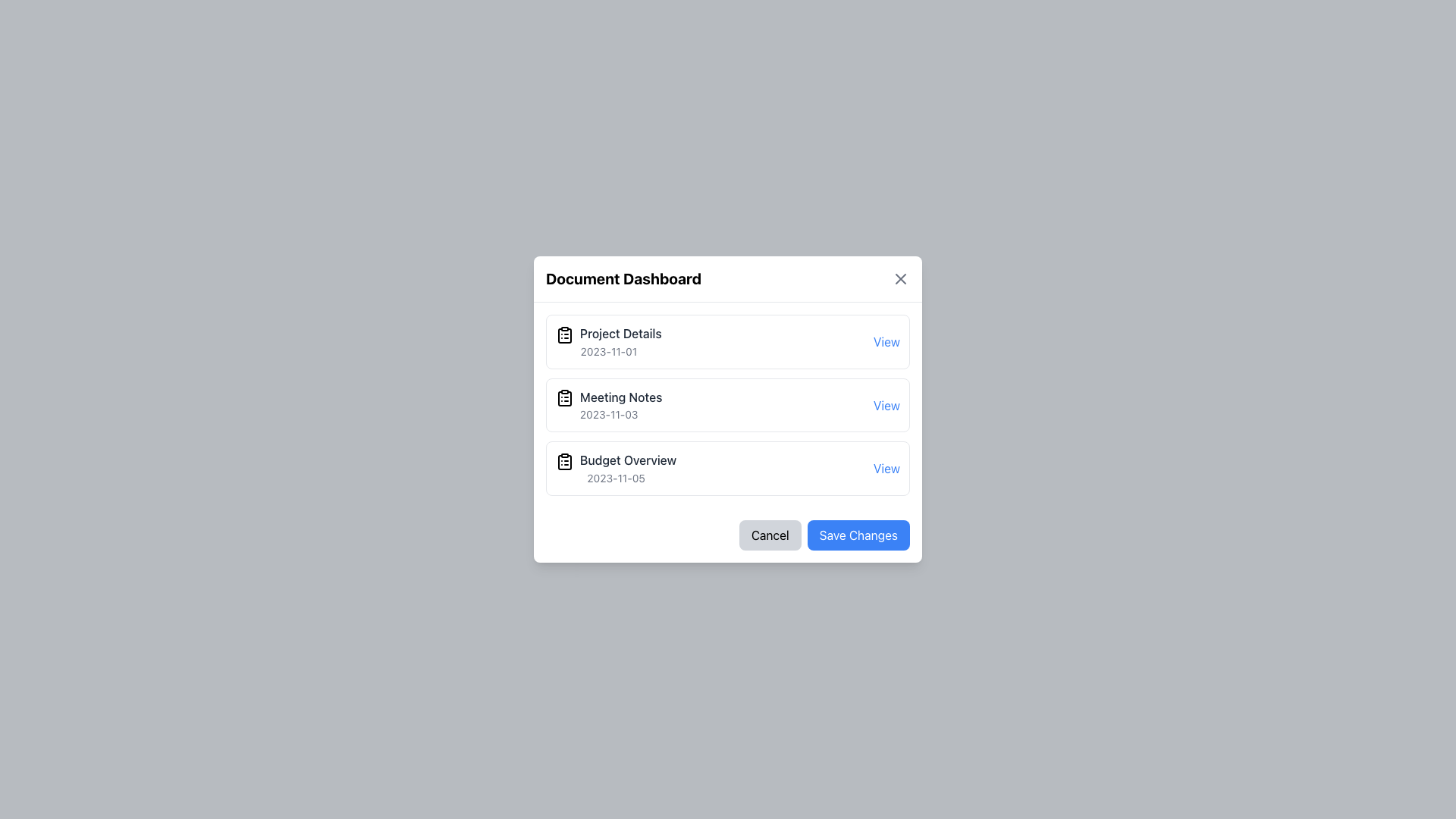 This screenshot has height=819, width=1456. Describe the element at coordinates (609, 415) in the screenshot. I see `timestamp or date indication text for the 'Meeting Notes' entry, which is the second item in the list, positioned below its title and to the left of the 'View' button` at that location.